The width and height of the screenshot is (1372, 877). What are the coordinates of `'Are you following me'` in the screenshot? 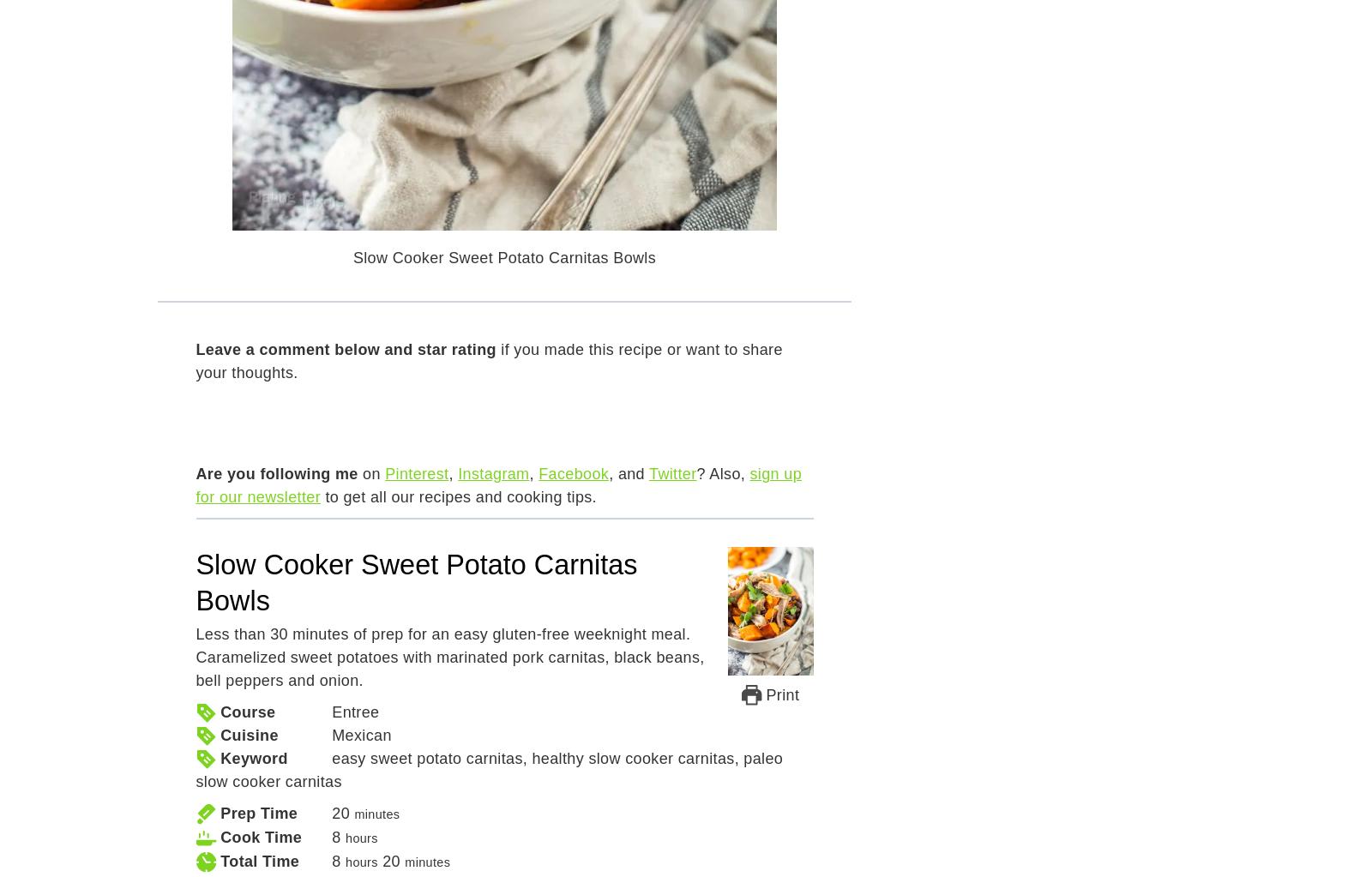 It's located at (279, 474).